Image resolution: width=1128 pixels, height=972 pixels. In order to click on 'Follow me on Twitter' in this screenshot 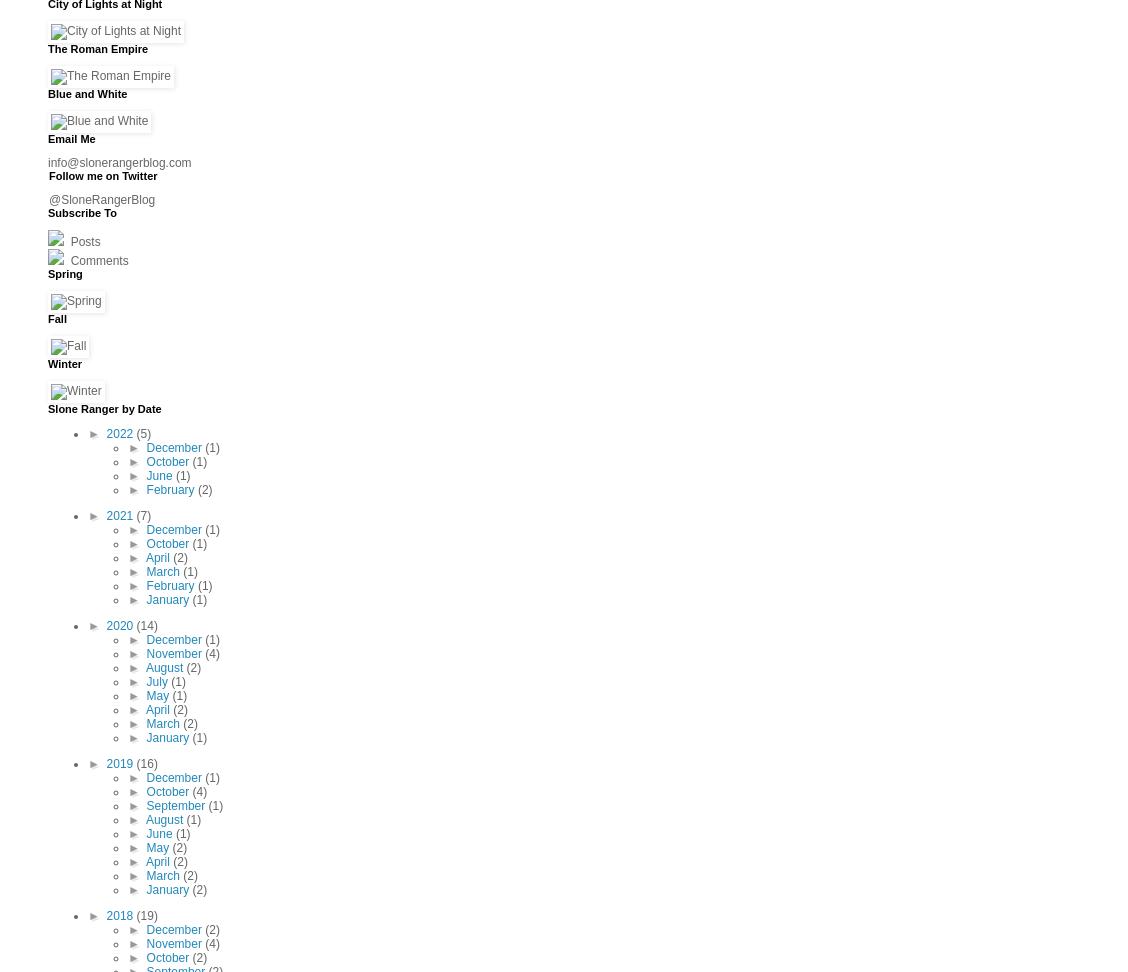, I will do `click(47, 174)`.